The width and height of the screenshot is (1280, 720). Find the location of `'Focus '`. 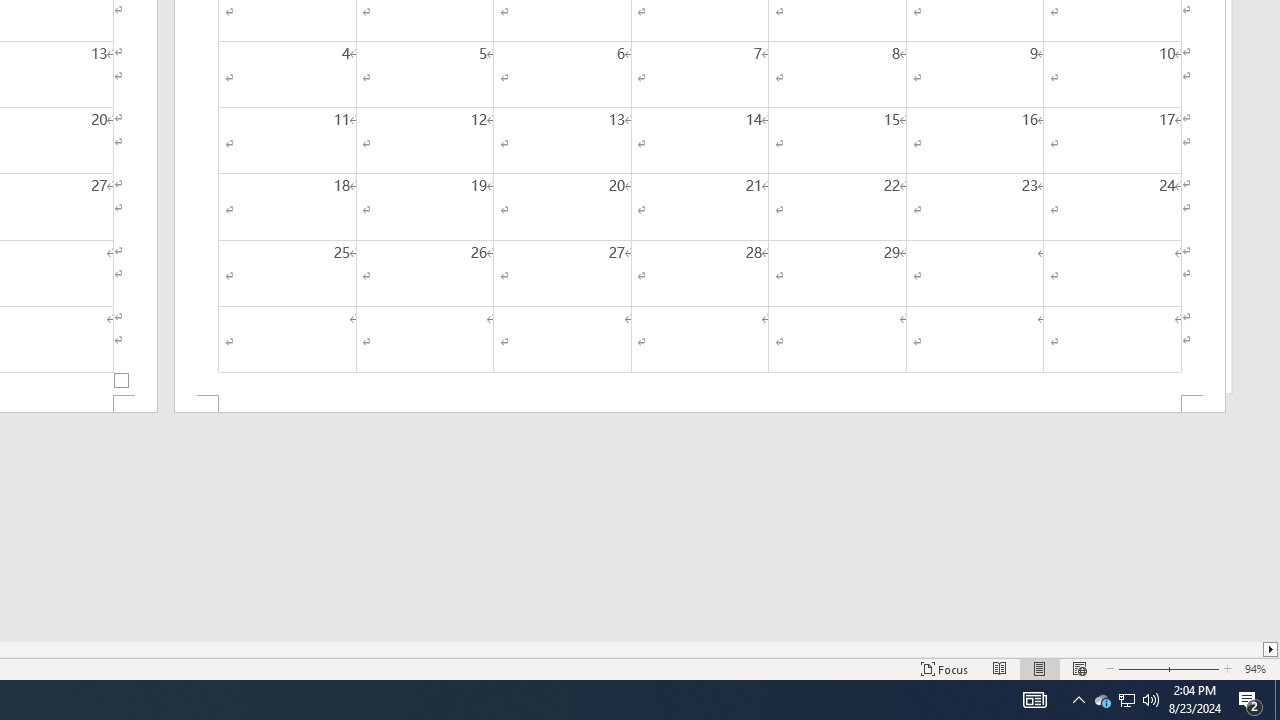

'Focus ' is located at coordinates (943, 669).